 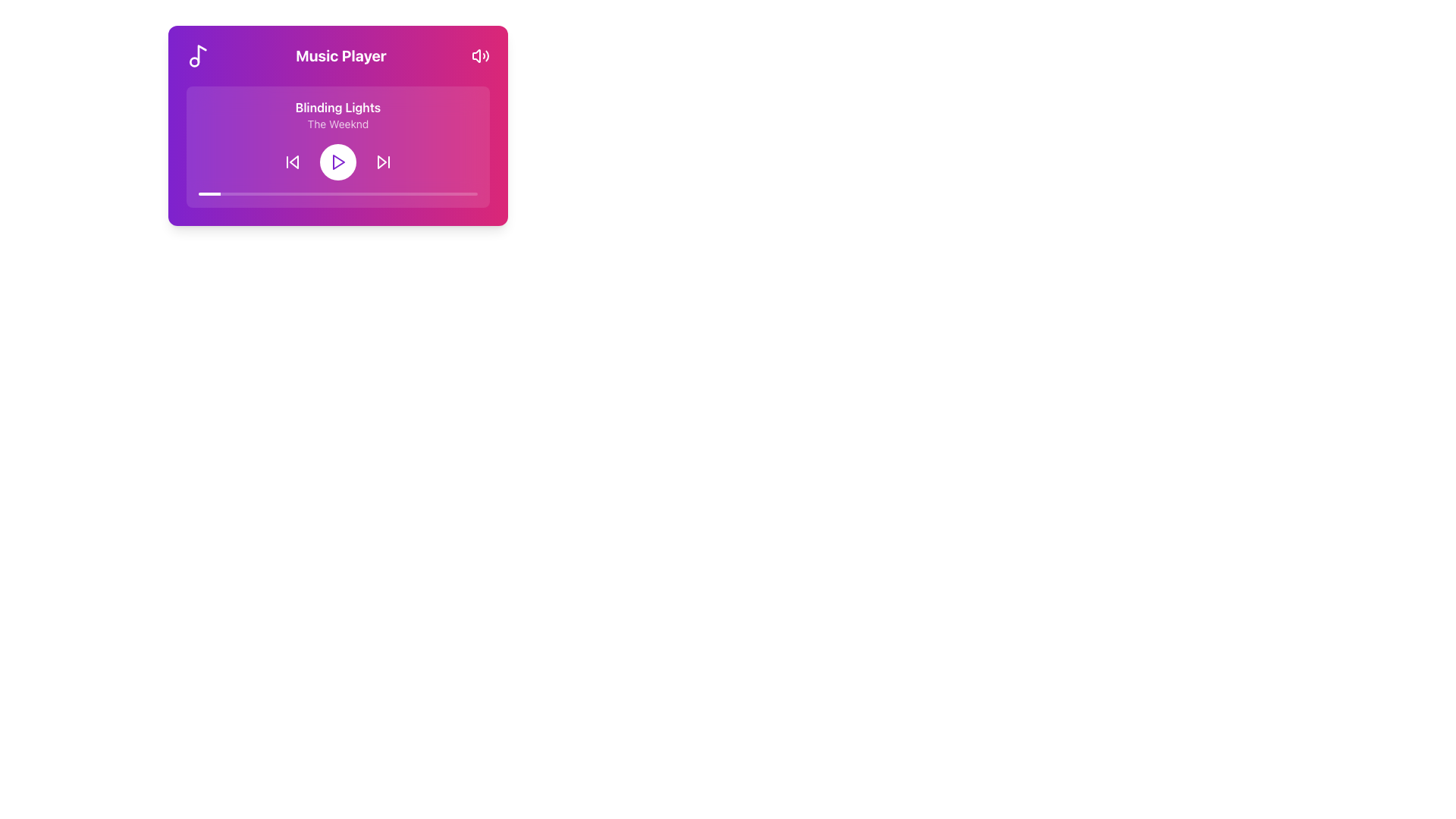 What do you see at coordinates (383, 162) in the screenshot?
I see `the forward arrow button with a white outline and purple background, located at the lower center area of the music player interface, to skip forward` at bounding box center [383, 162].